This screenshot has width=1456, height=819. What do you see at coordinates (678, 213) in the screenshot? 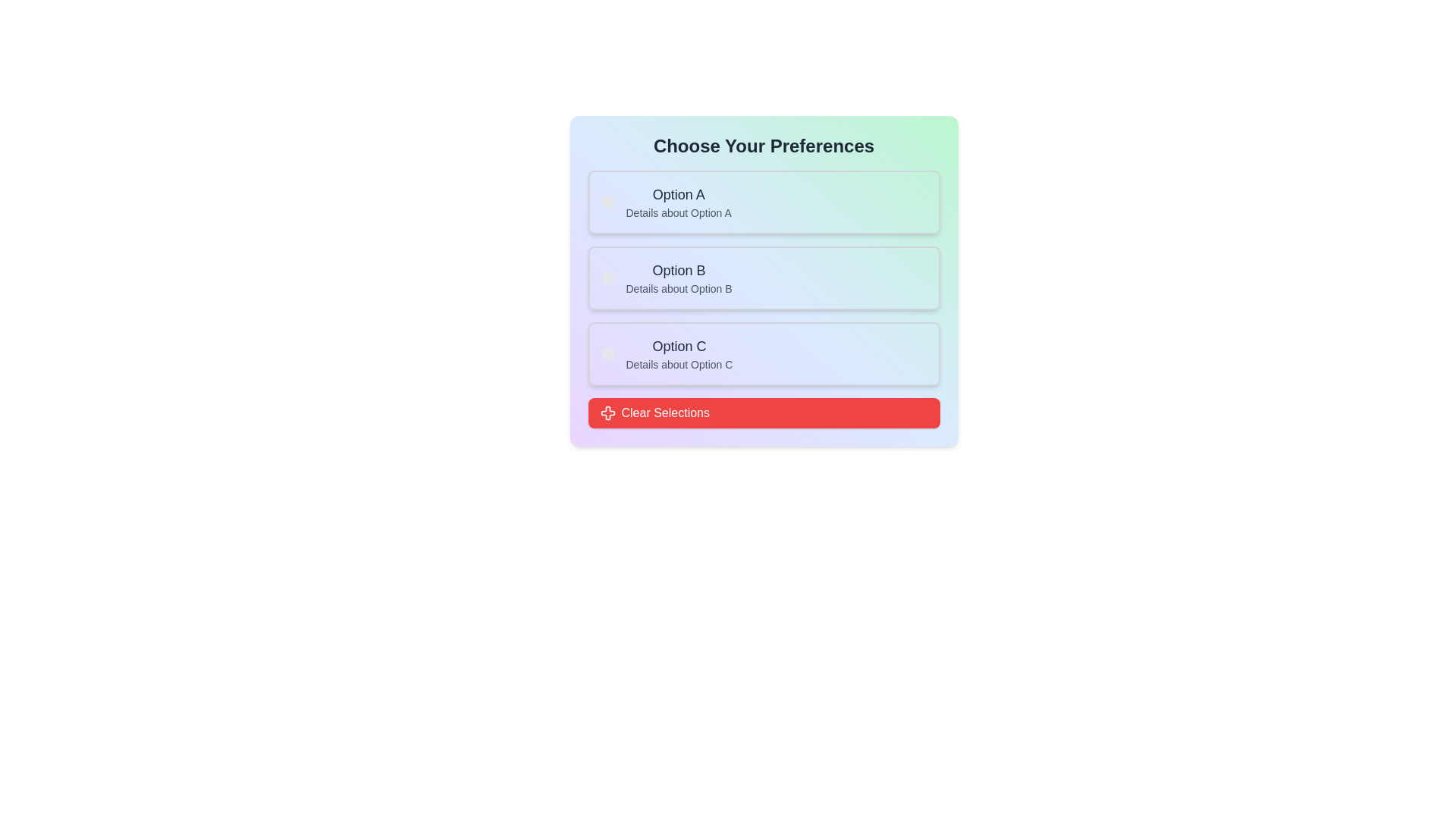
I see `static informational text that reads 'Details about Option A', which is located beneath the larger text 'Option A'` at bounding box center [678, 213].